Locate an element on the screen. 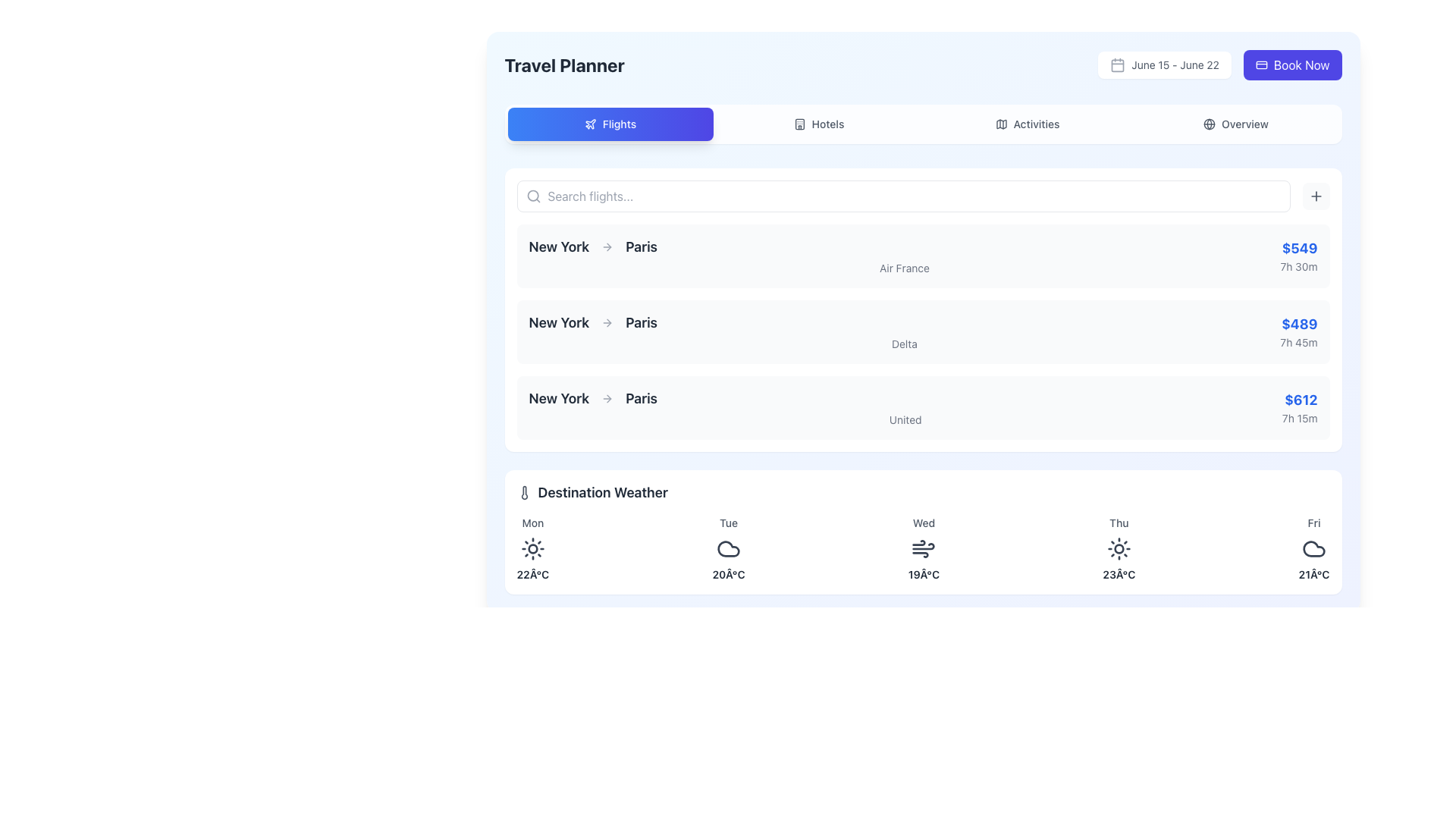 The height and width of the screenshot is (819, 1456). the area around the cost text element for the Delta flight option is located at coordinates (1298, 324).